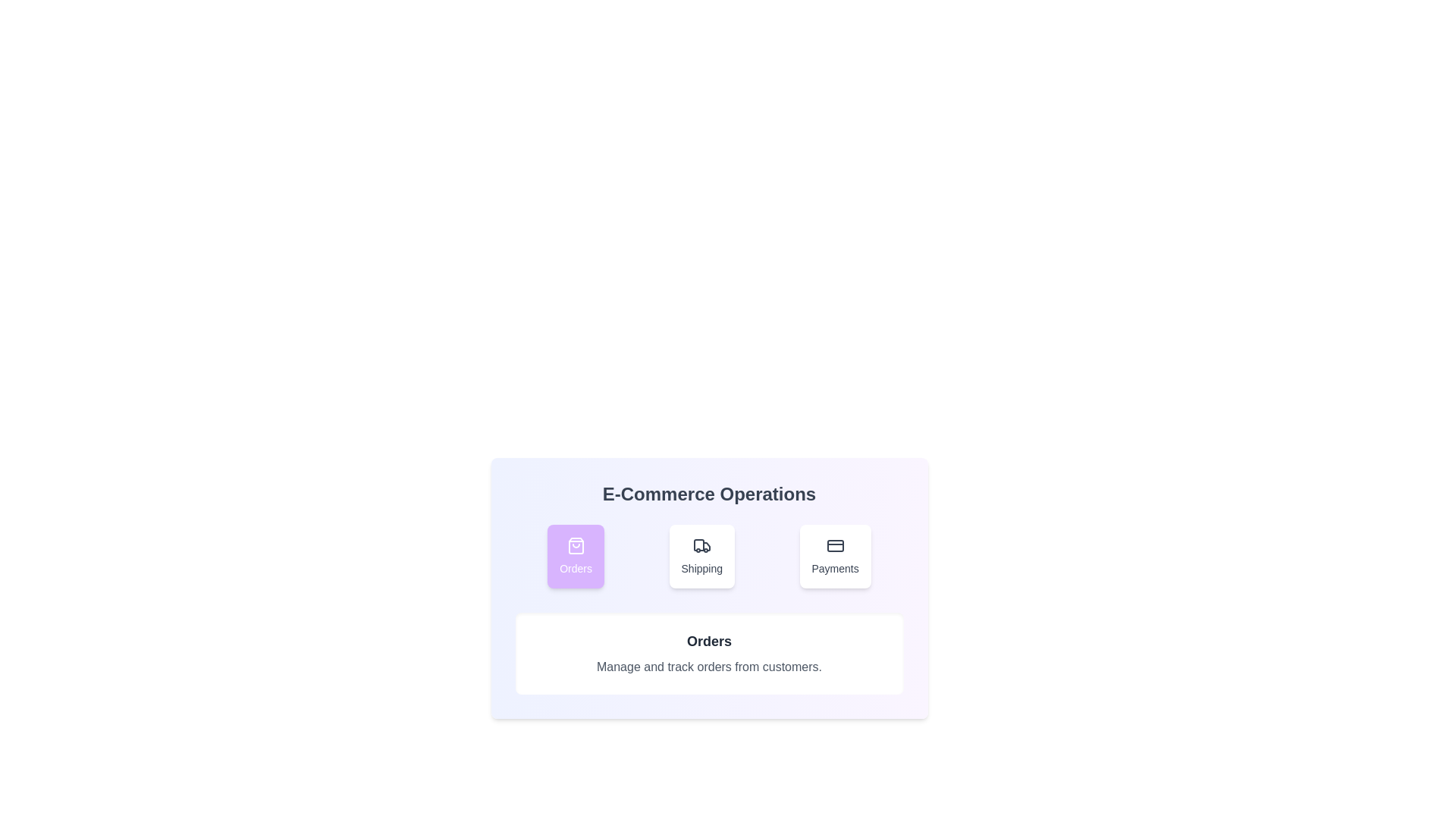 This screenshot has height=819, width=1456. I want to click on the 'Shipping' card in the E-Commerce Operations section, so click(708, 556).